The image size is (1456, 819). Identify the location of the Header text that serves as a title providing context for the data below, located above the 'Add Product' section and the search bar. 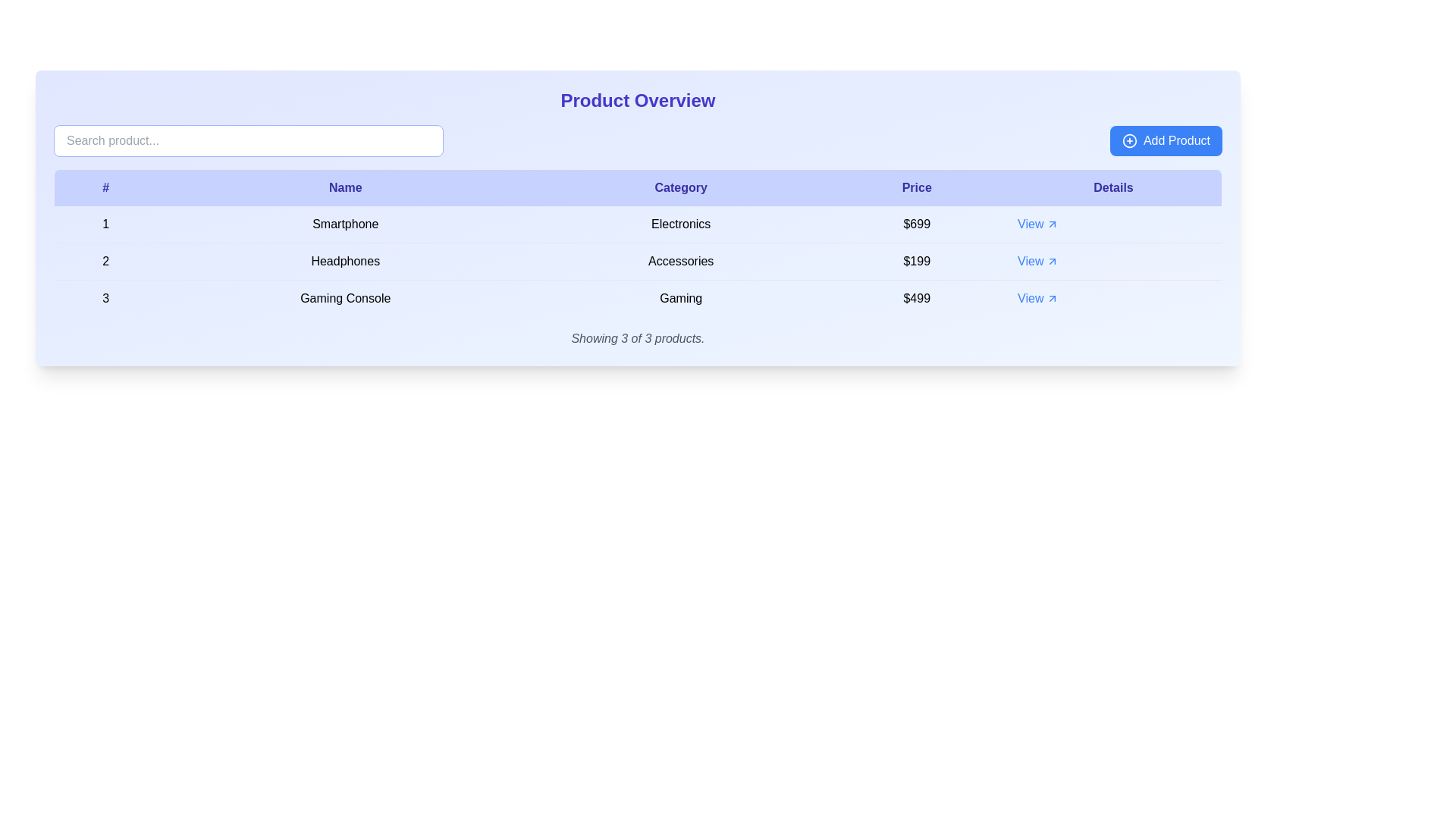
(638, 100).